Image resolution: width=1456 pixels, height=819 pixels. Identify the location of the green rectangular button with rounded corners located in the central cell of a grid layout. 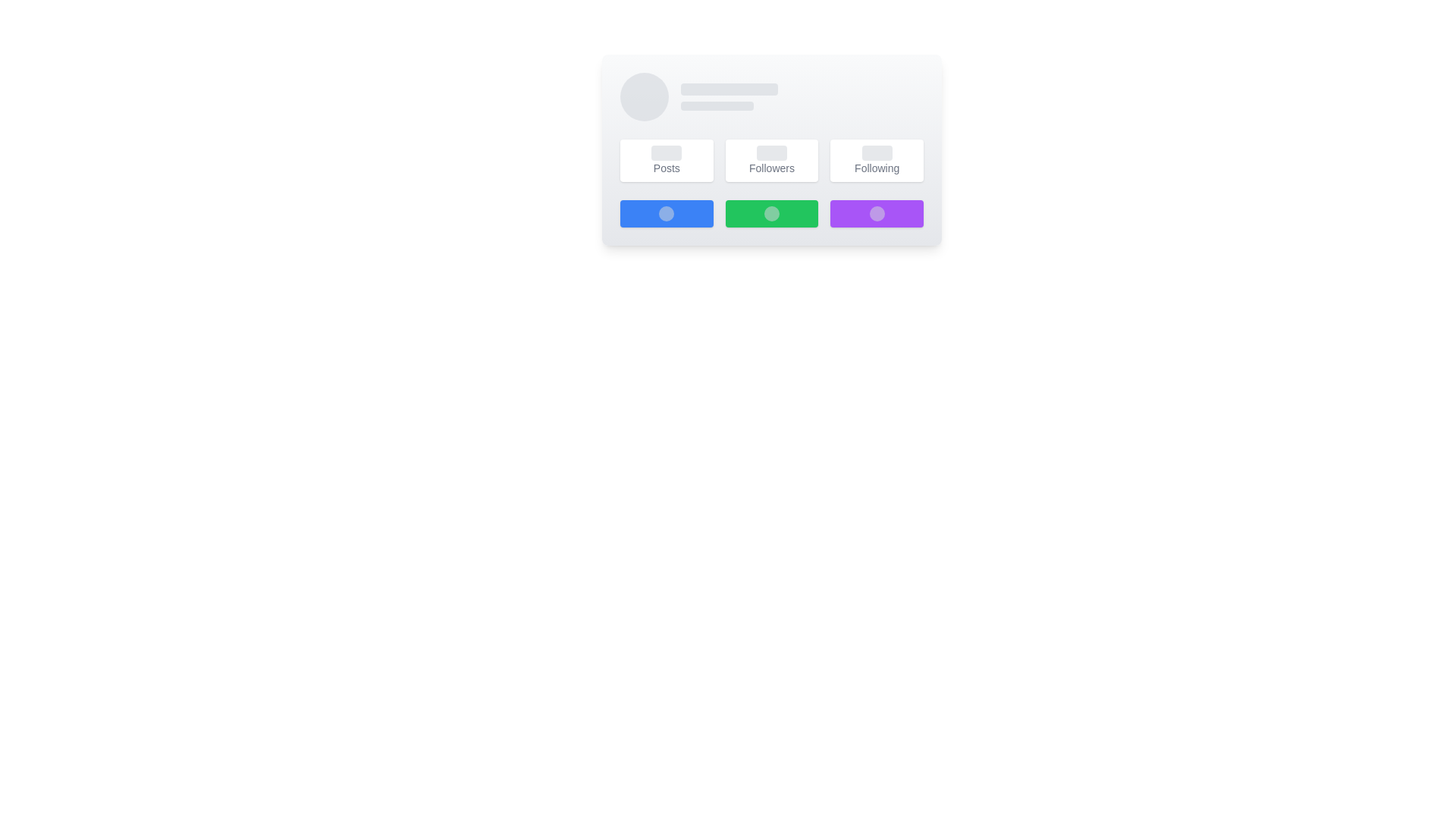
(771, 213).